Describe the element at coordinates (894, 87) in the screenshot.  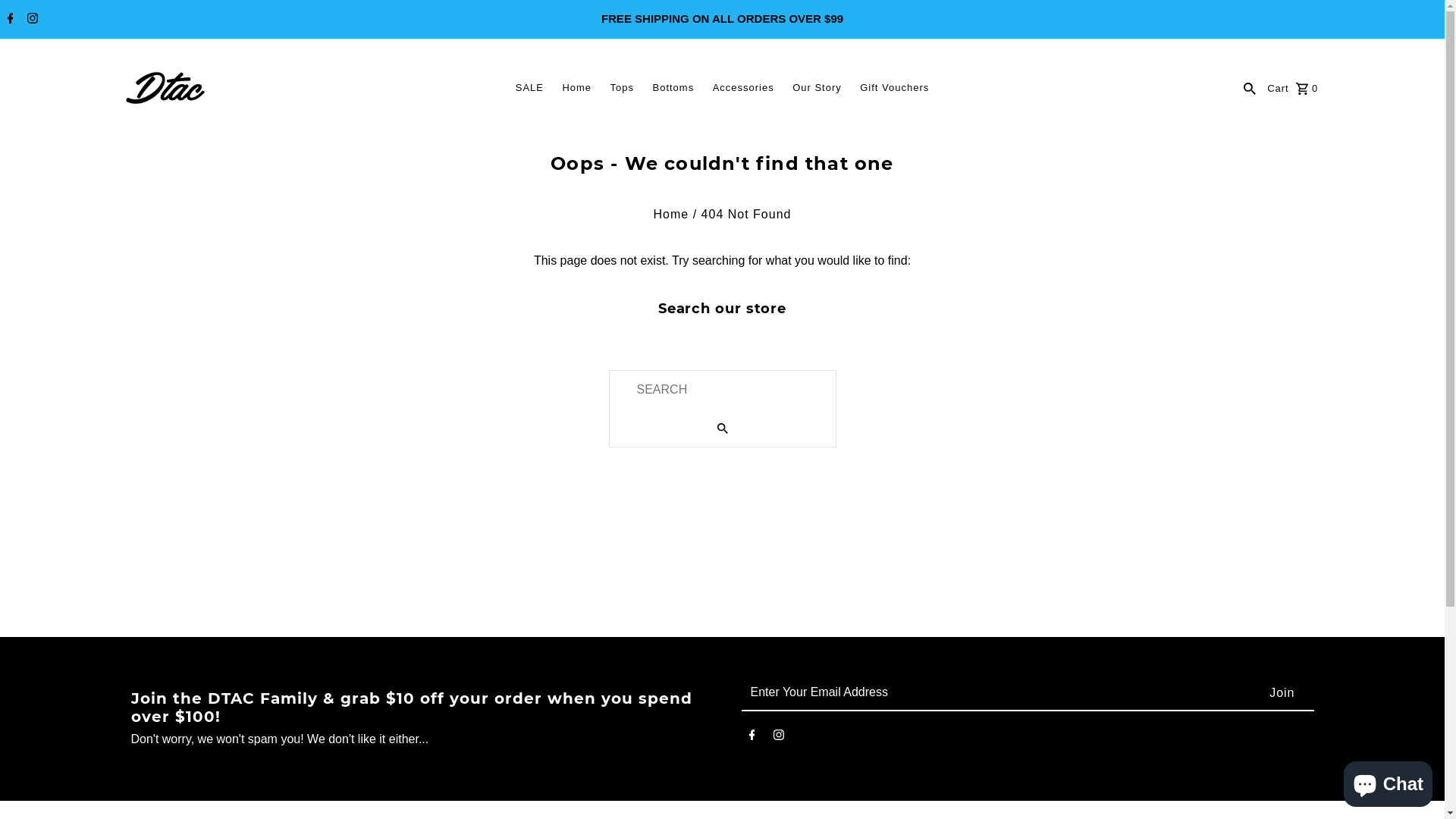
I see `'Gift Vouchers'` at that location.